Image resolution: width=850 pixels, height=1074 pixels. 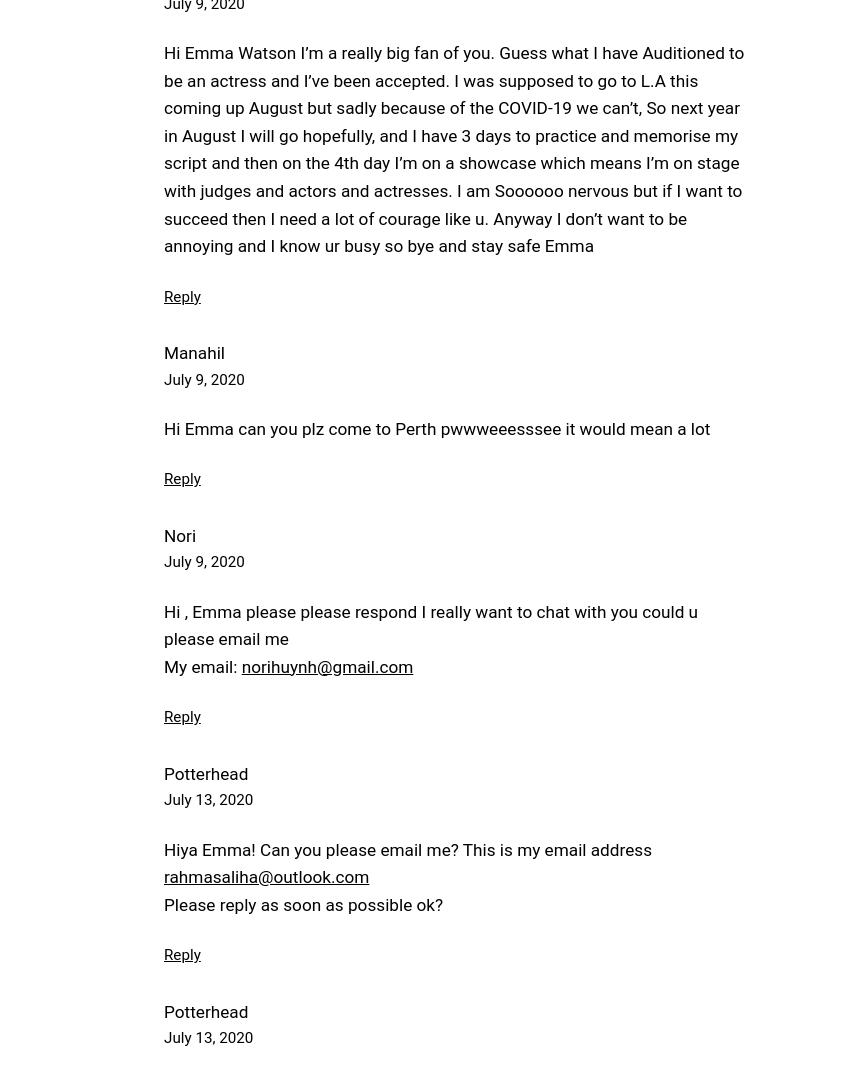 I want to click on 'Hi Emma Watson I’m a really big fan of you. Guess what I have Auditioned to be an actress and I’ve been accepted. I was supposed to go to L.A this coming up August but sadly because of the COVID-19 we can’t, So next year in August I will go hopefully, and I have 3 days to practice and memorise my script and then on the 4th day I’m on a showcase which means I’m on stage with judges and actors and actresses. I am Soooooo nervous but if I want to succeed then I need a lot of courage like u. Anyway I don’t want to be annoying and I know ur busy so bye and stay safe Emma', so click(x=163, y=148).